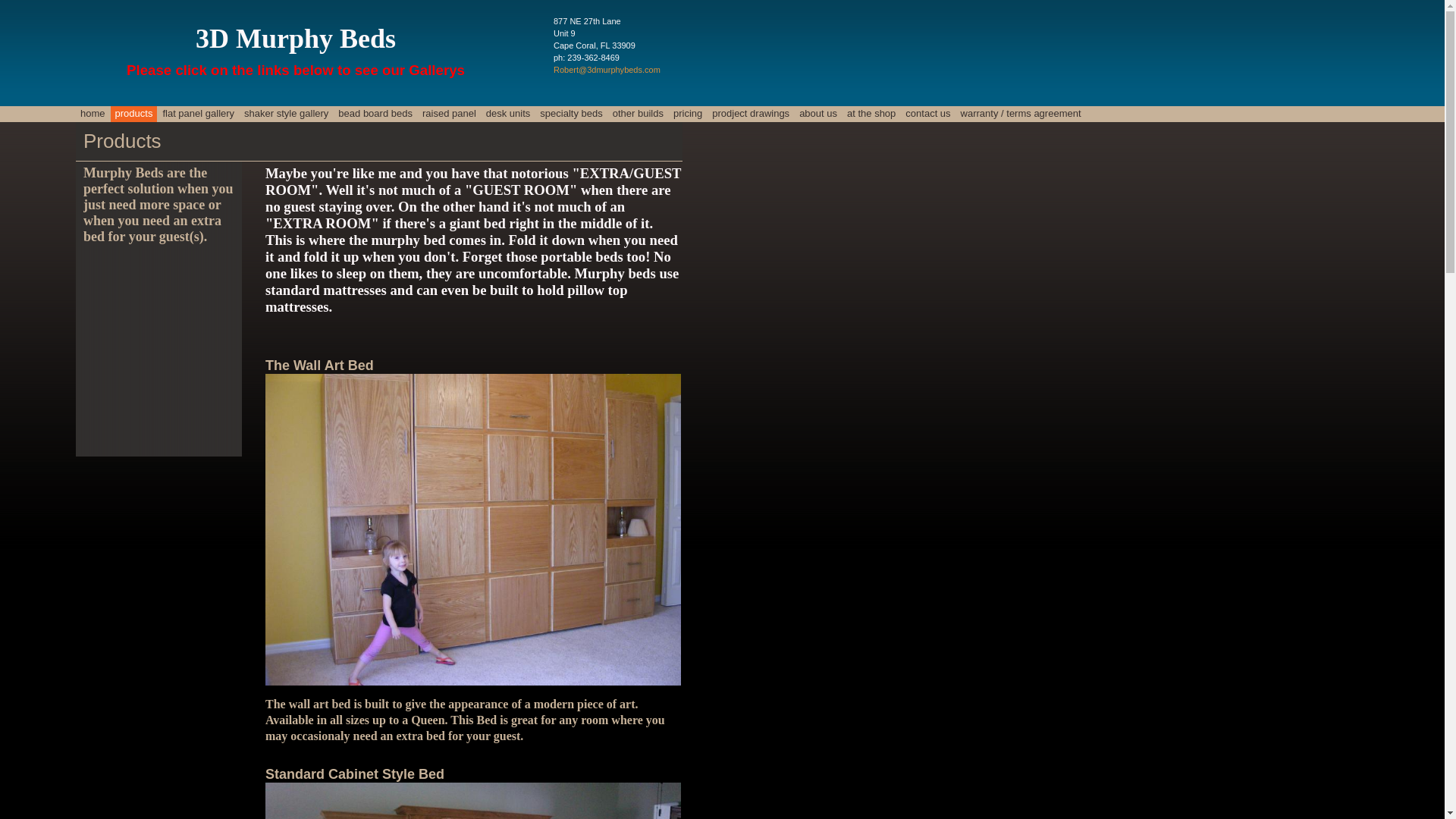  Describe the element at coordinates (239, 113) in the screenshot. I see `'shaker style gallery'` at that location.